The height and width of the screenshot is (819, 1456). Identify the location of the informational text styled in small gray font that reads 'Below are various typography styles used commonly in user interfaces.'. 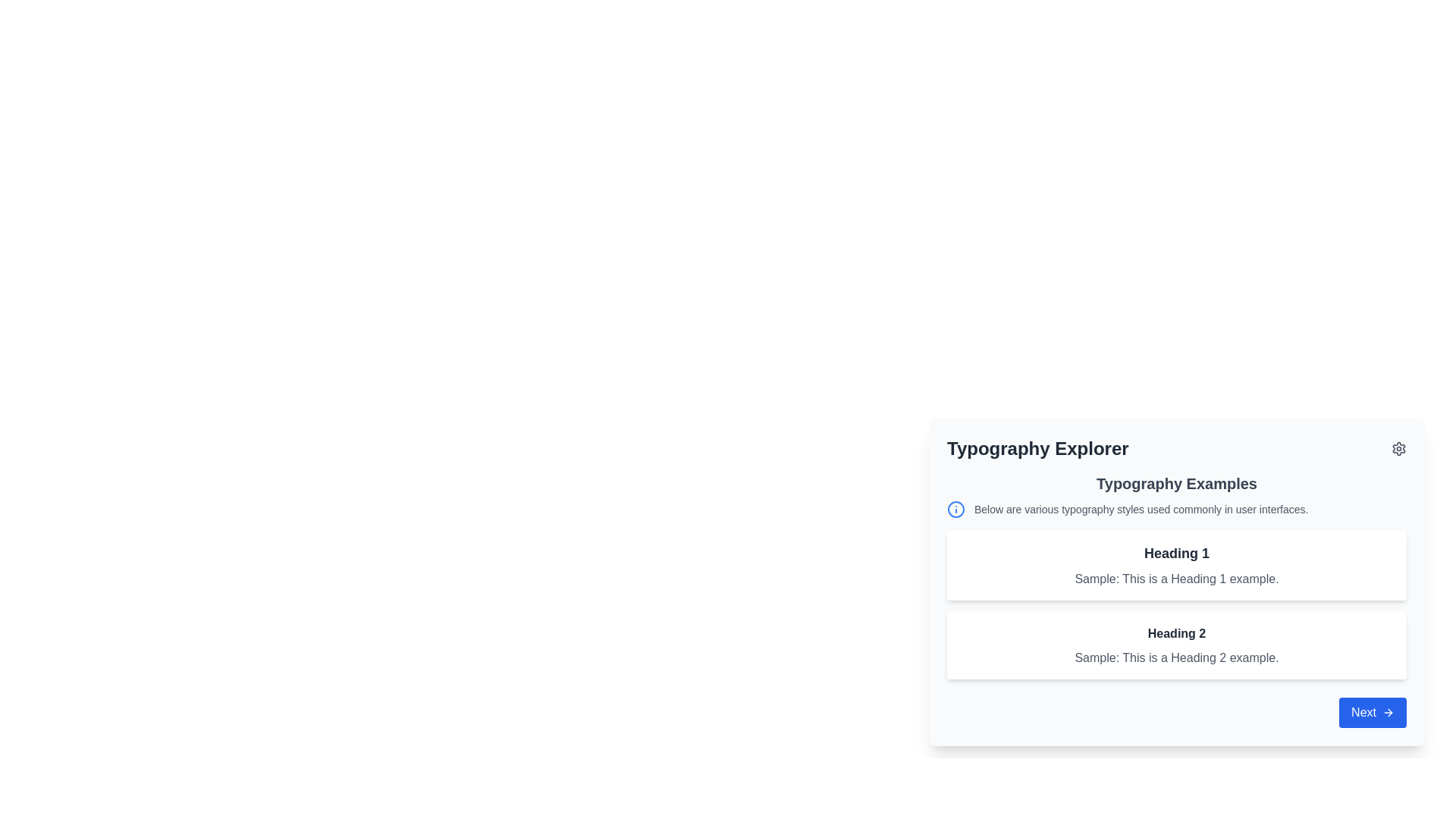
(1175, 509).